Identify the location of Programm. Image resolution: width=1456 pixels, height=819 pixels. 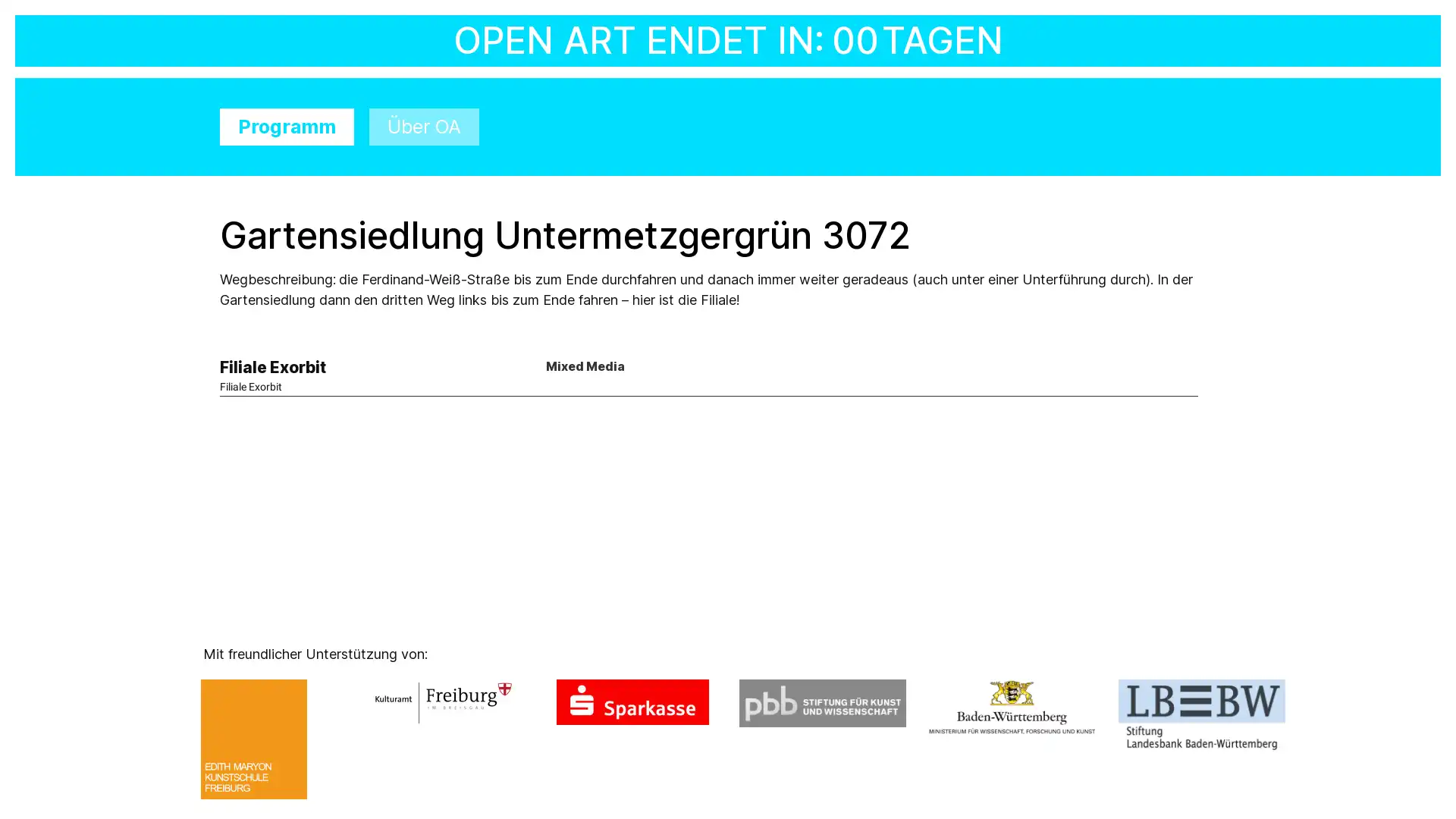
(287, 126).